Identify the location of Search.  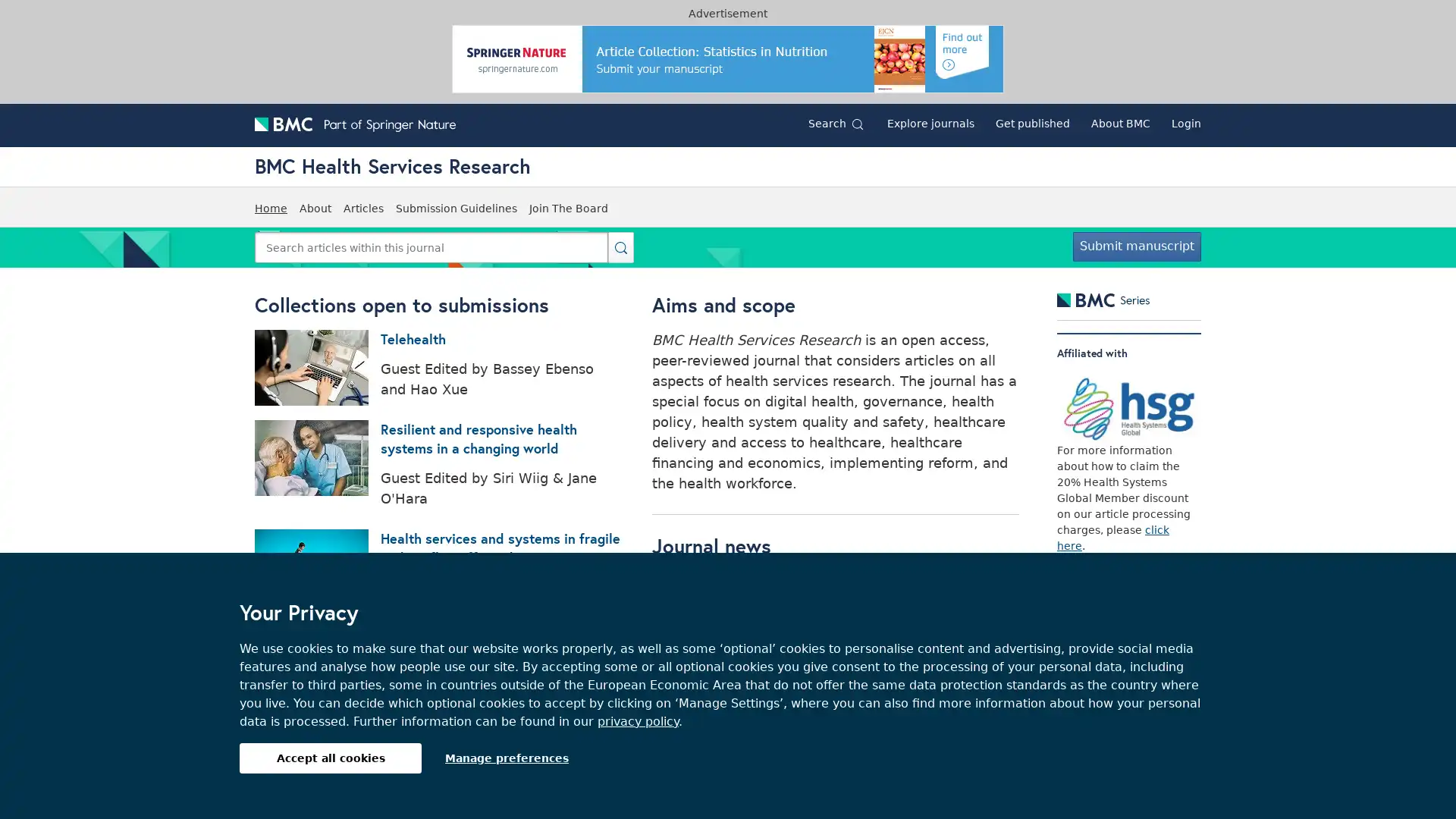
(621, 246).